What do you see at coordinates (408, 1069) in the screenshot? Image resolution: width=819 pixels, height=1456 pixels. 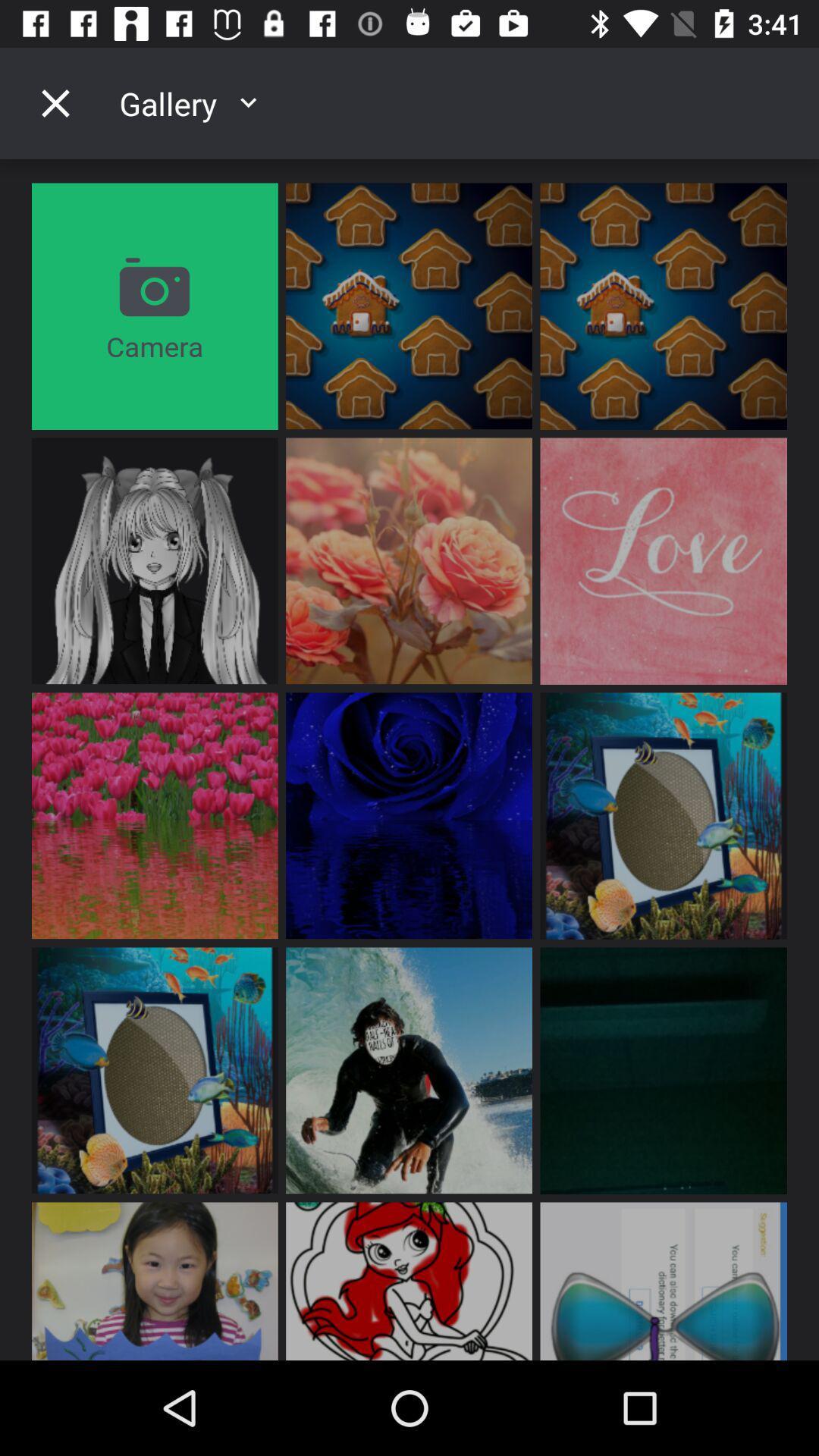 I see `the second image in the fourth vertical of the page` at bounding box center [408, 1069].